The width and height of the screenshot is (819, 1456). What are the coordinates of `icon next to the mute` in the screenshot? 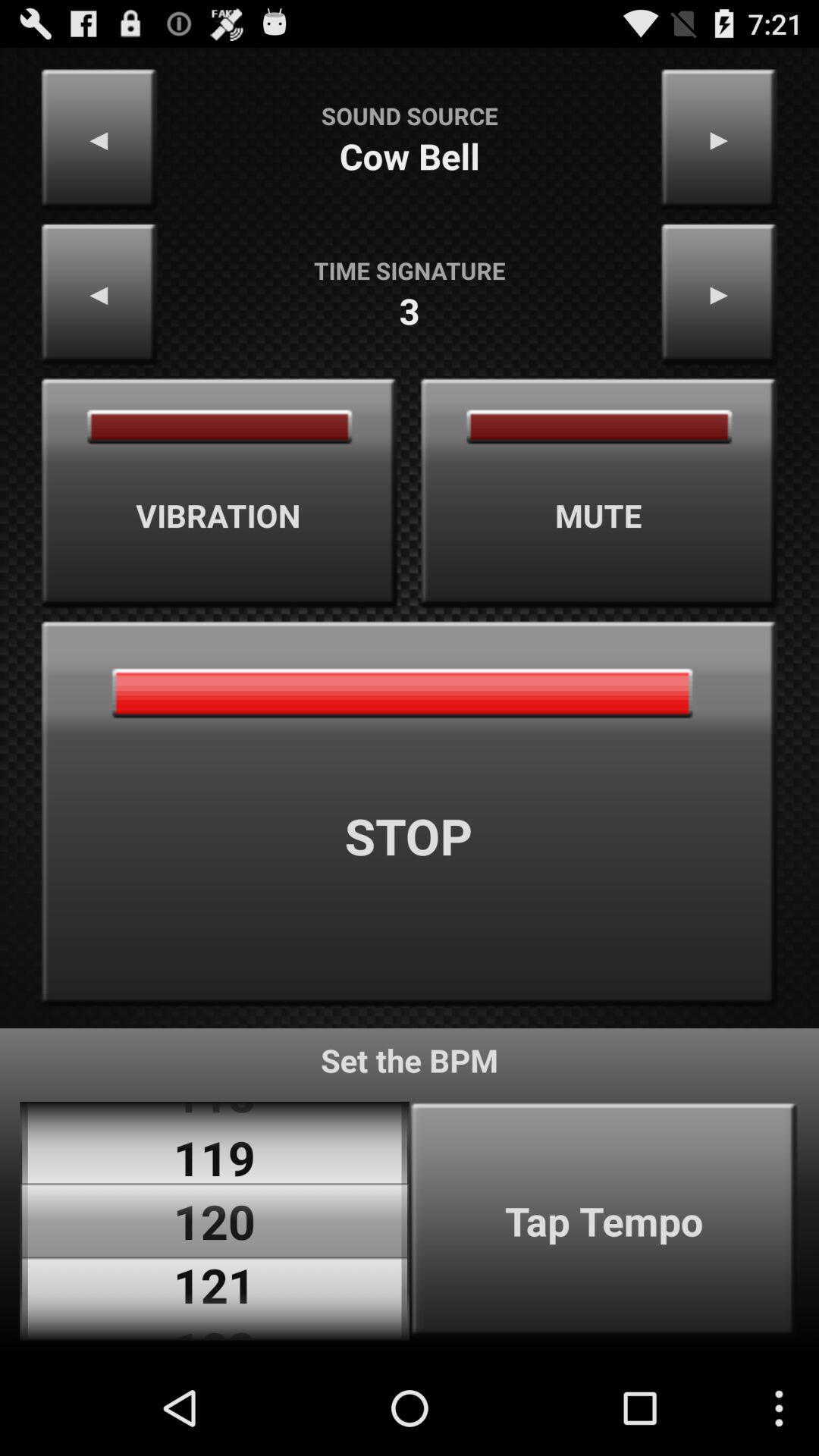 It's located at (219, 493).